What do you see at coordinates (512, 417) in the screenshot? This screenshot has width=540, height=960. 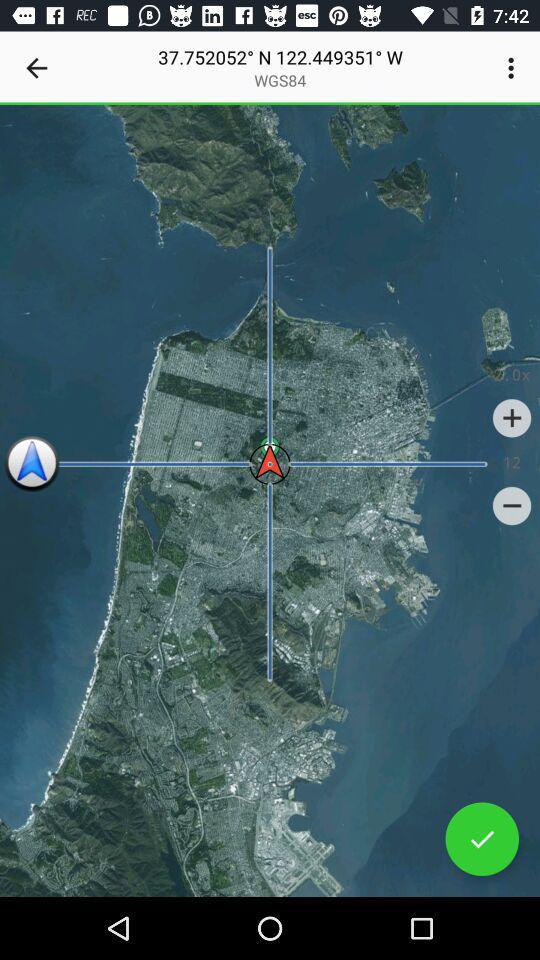 I see `icon above 12` at bounding box center [512, 417].